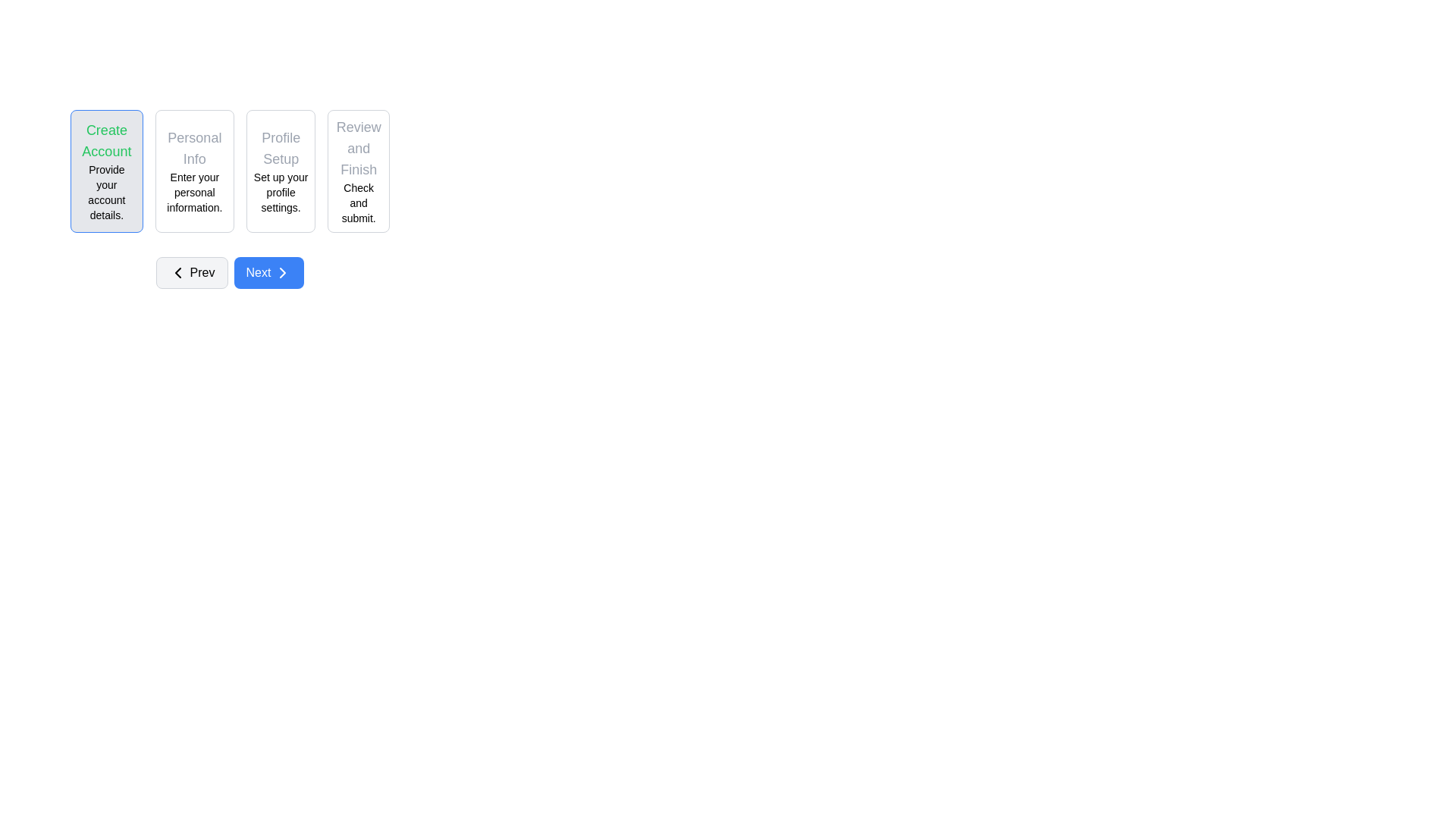 The width and height of the screenshot is (1456, 819). Describe the element at coordinates (193, 192) in the screenshot. I see `the text label that provides instructions for entering personal information, positioned below the 'Personal Info' text within the second step navigation card` at that location.